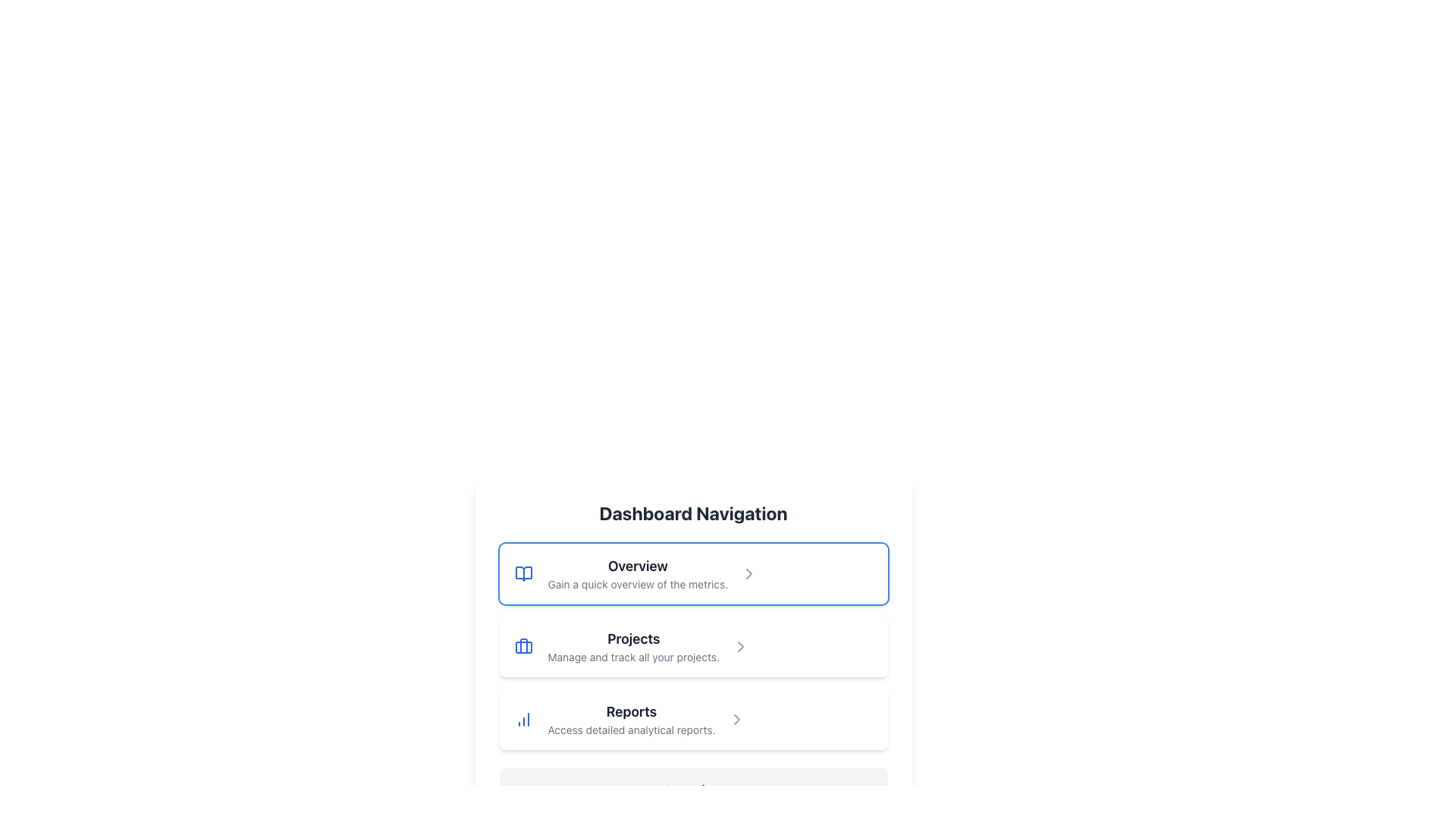 This screenshot has width=1456, height=819. Describe the element at coordinates (736, 718) in the screenshot. I see `the chevron arrow icon pointing to the right, located at the far right of the 'Reports' menu item in the vertical navigation menu` at that location.